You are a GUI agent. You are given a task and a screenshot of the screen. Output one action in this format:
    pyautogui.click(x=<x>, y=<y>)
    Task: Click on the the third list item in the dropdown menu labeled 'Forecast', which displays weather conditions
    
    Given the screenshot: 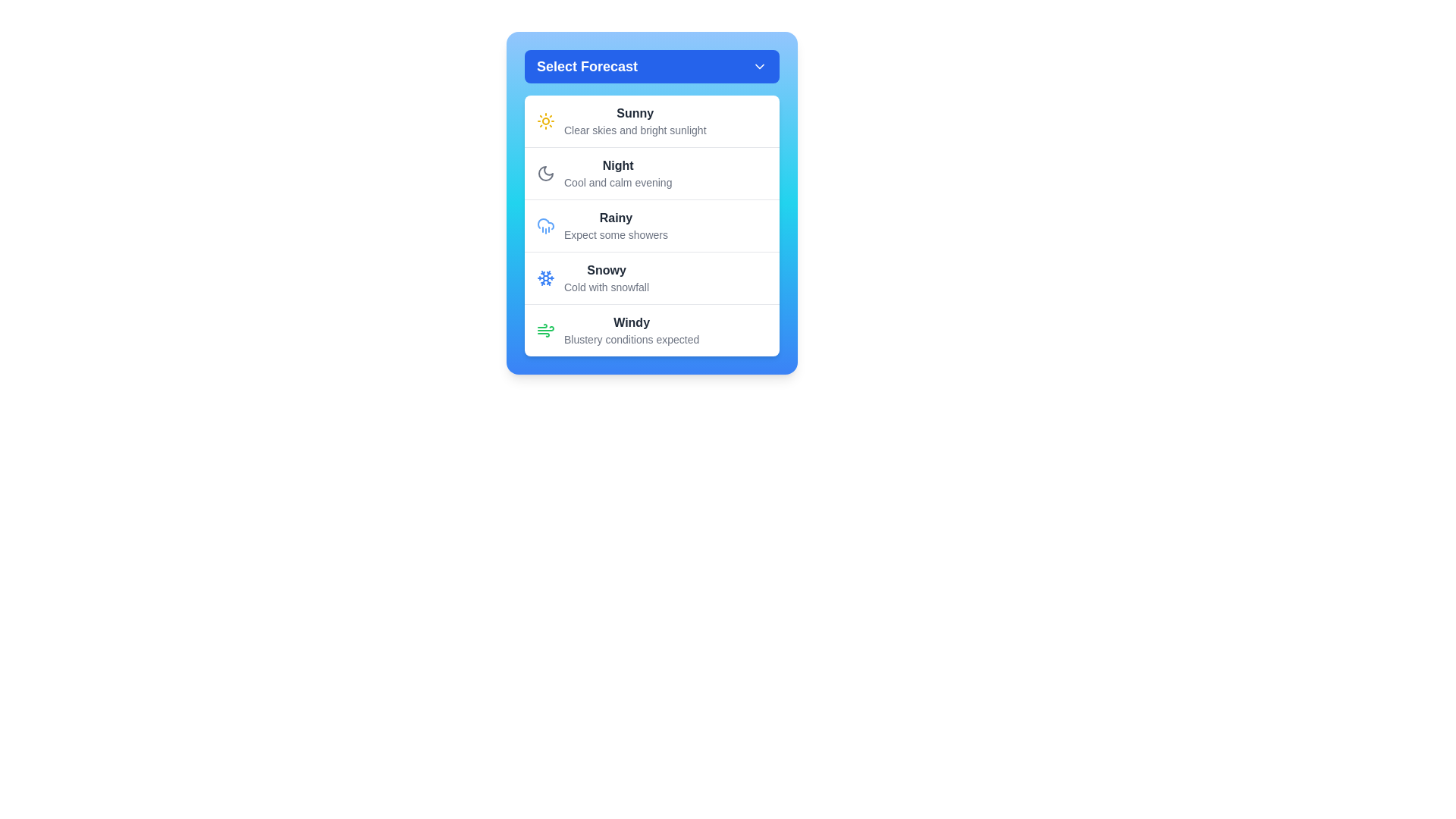 What is the action you would take?
    pyautogui.click(x=651, y=225)
    